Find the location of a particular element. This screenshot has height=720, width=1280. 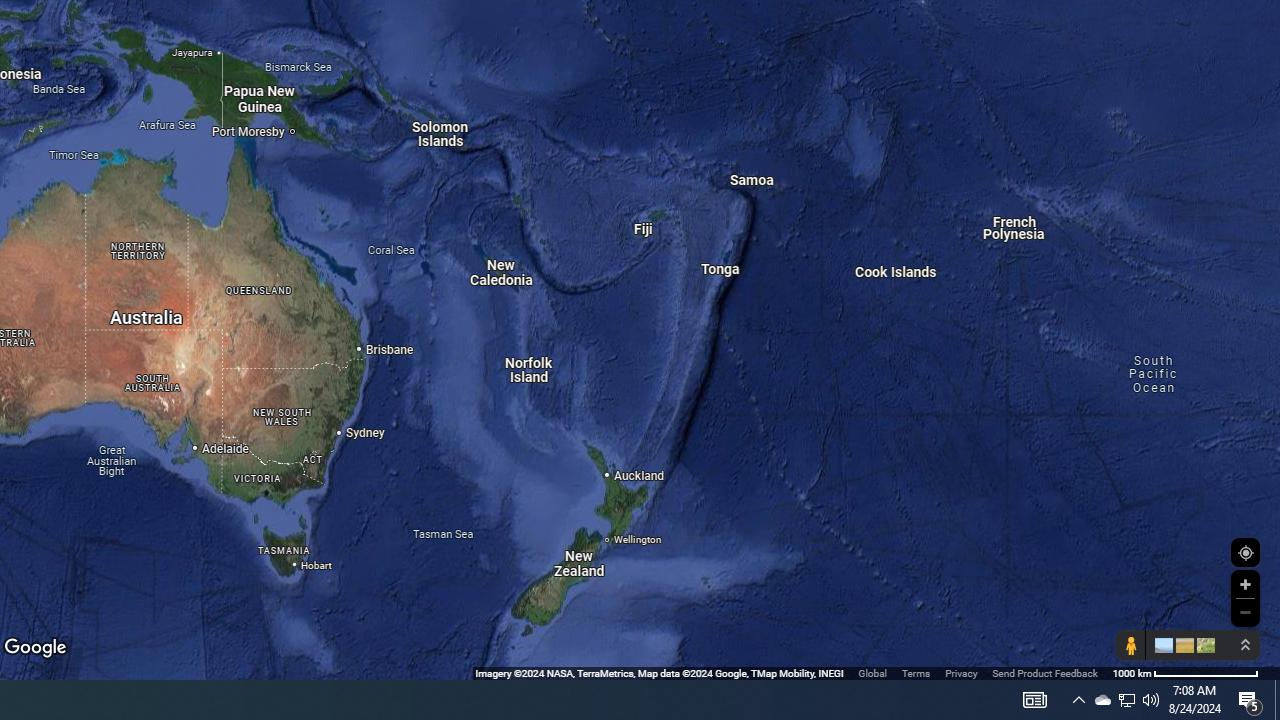

'Send Product Feedback' is located at coordinates (1044, 673).